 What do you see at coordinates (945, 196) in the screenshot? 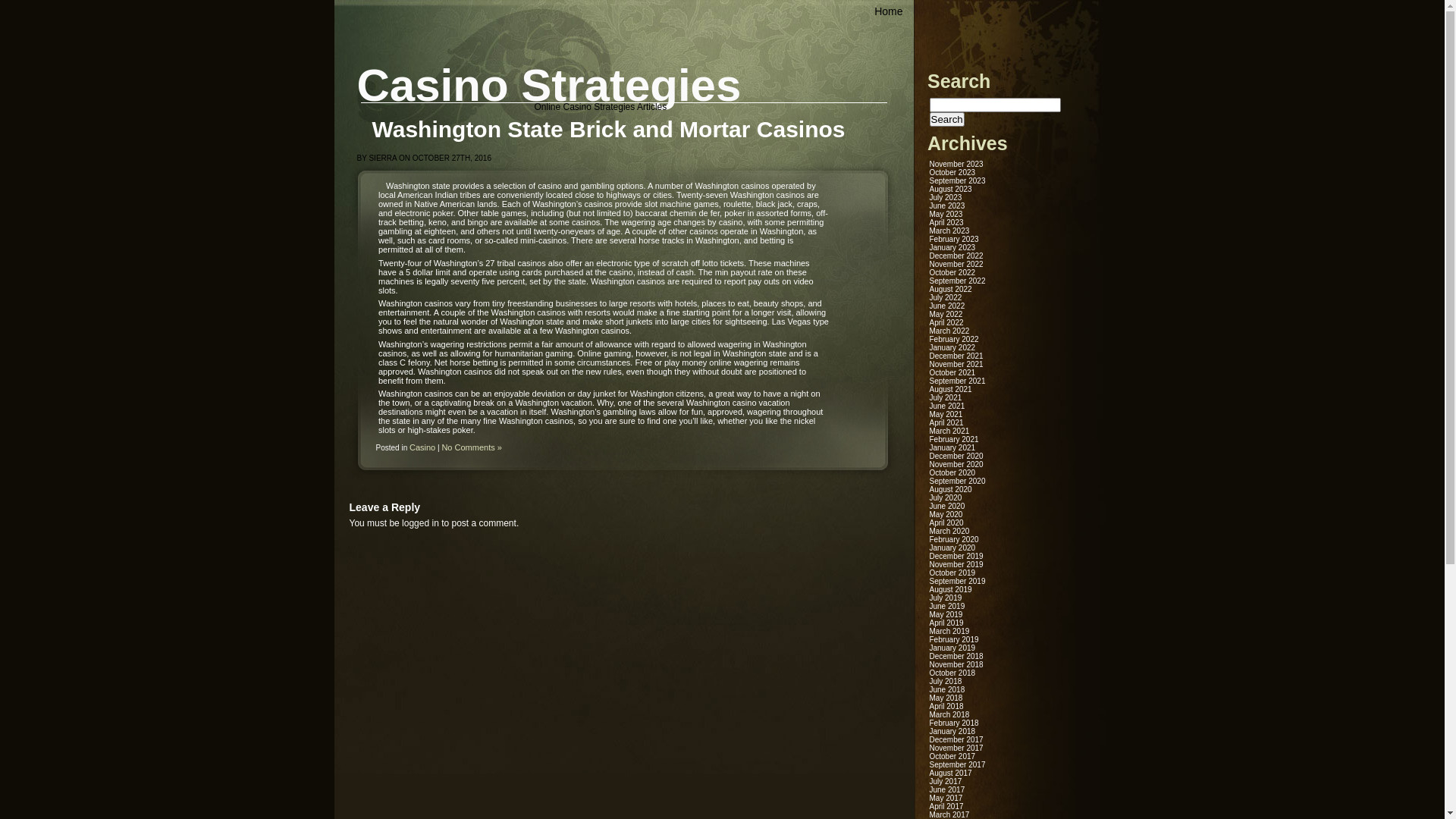
I see `'July 2023'` at bounding box center [945, 196].